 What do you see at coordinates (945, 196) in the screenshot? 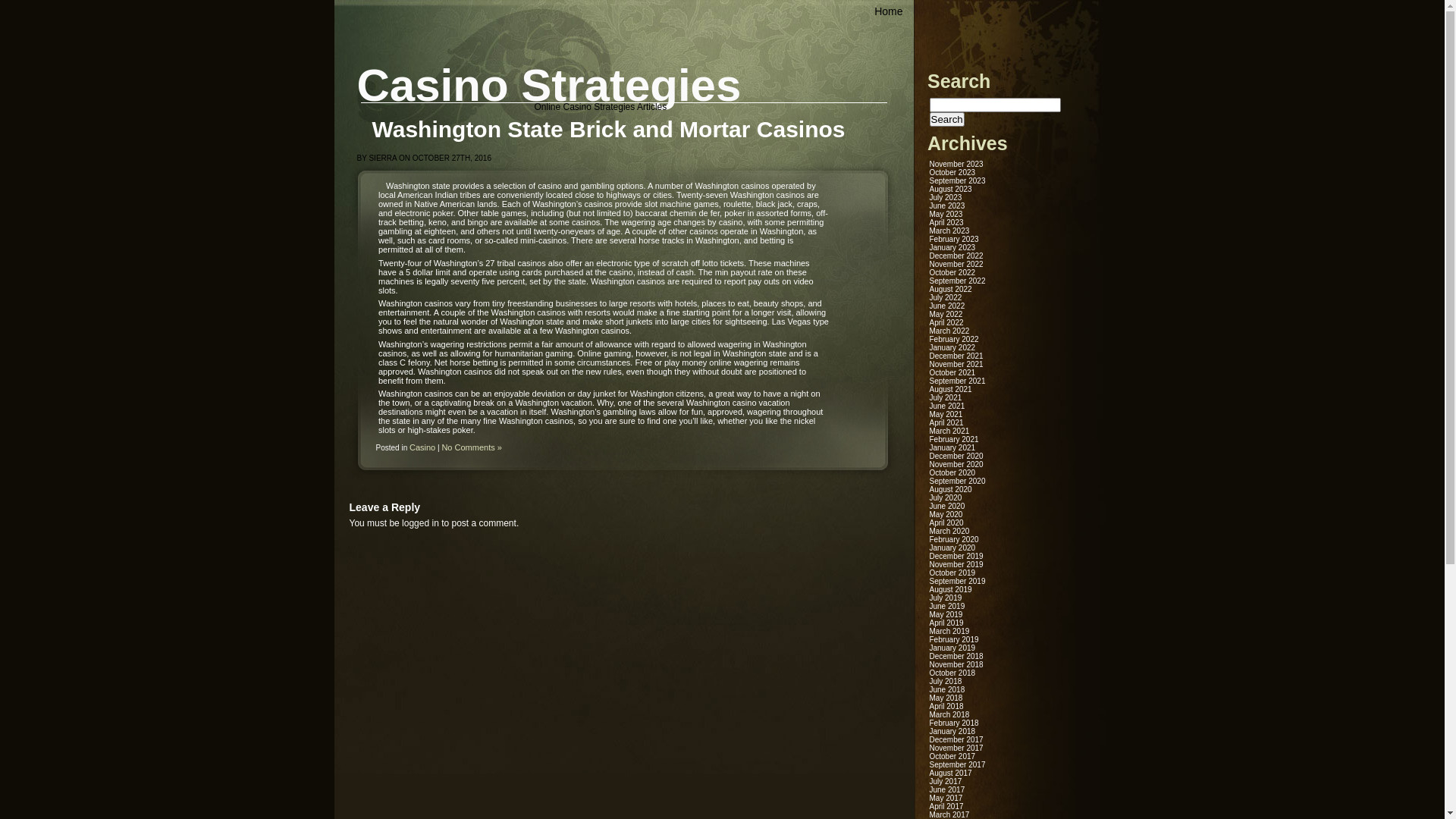
I see `'July 2023'` at bounding box center [945, 196].